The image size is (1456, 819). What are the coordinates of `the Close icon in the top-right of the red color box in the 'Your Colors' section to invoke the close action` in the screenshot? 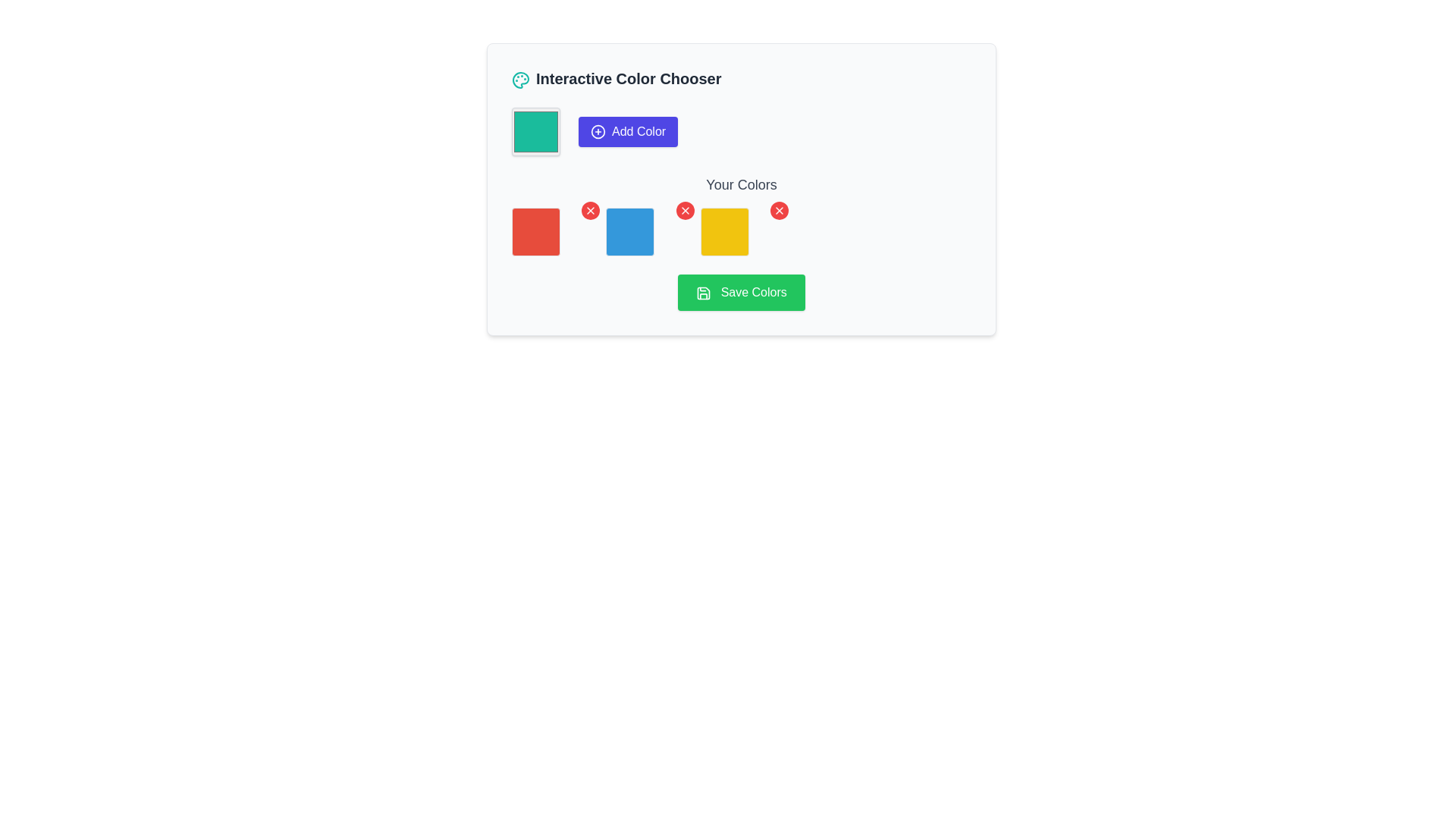 It's located at (590, 210).